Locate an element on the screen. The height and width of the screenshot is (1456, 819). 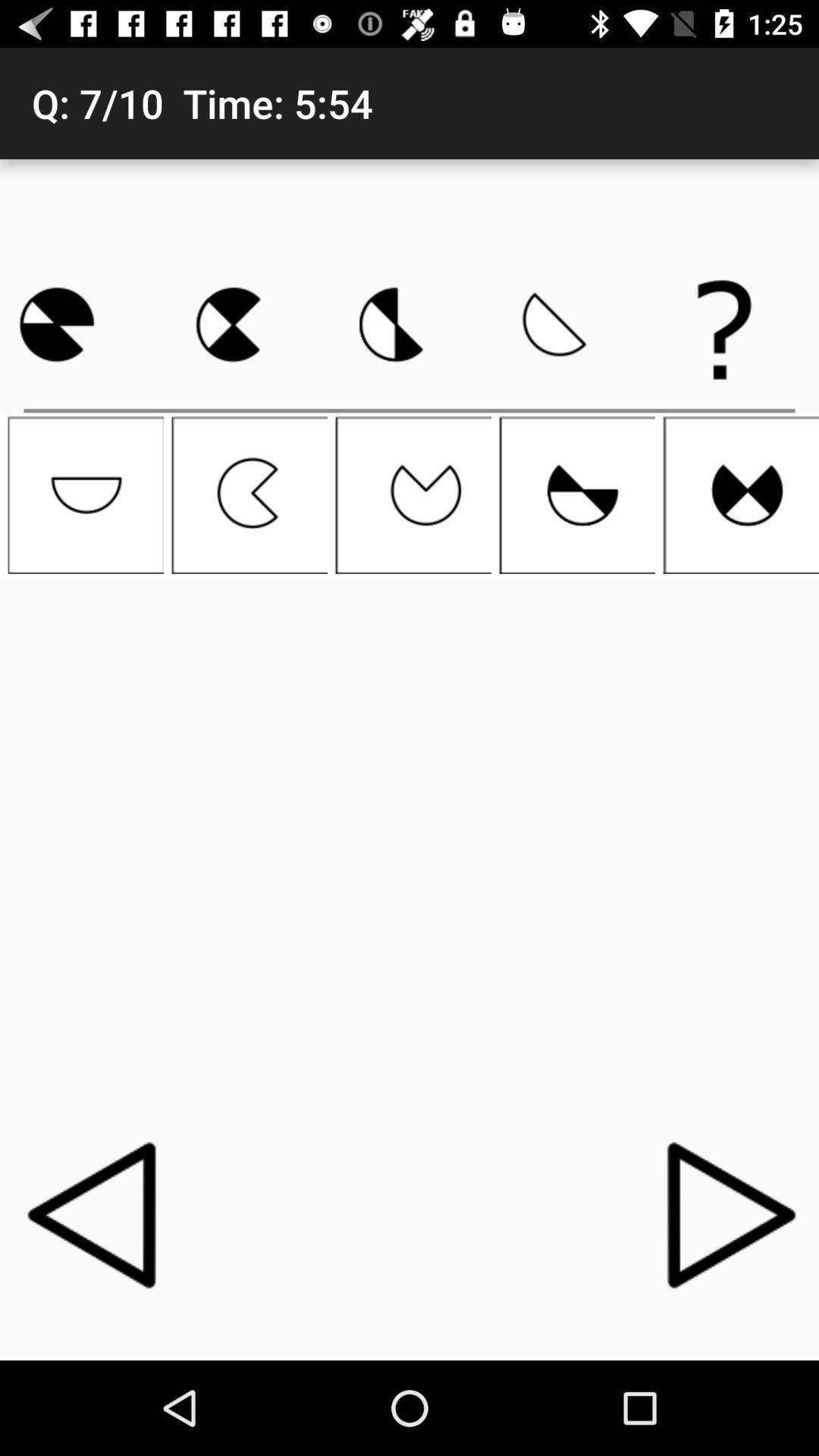
icon at the bottom left corner is located at coordinates (96, 1214).